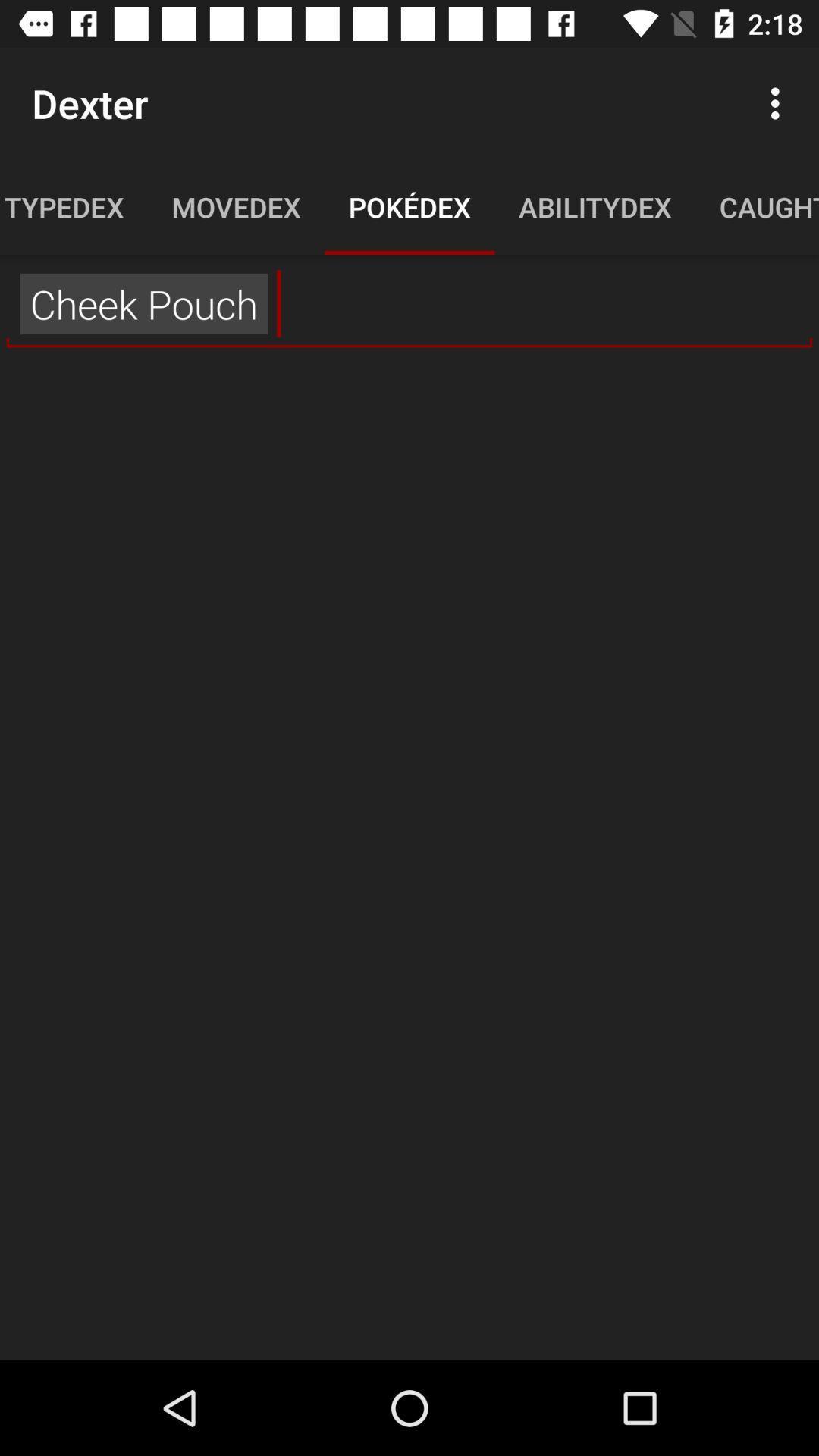 The height and width of the screenshot is (1456, 819). What do you see at coordinates (409, 303) in the screenshot?
I see `the ,,` at bounding box center [409, 303].